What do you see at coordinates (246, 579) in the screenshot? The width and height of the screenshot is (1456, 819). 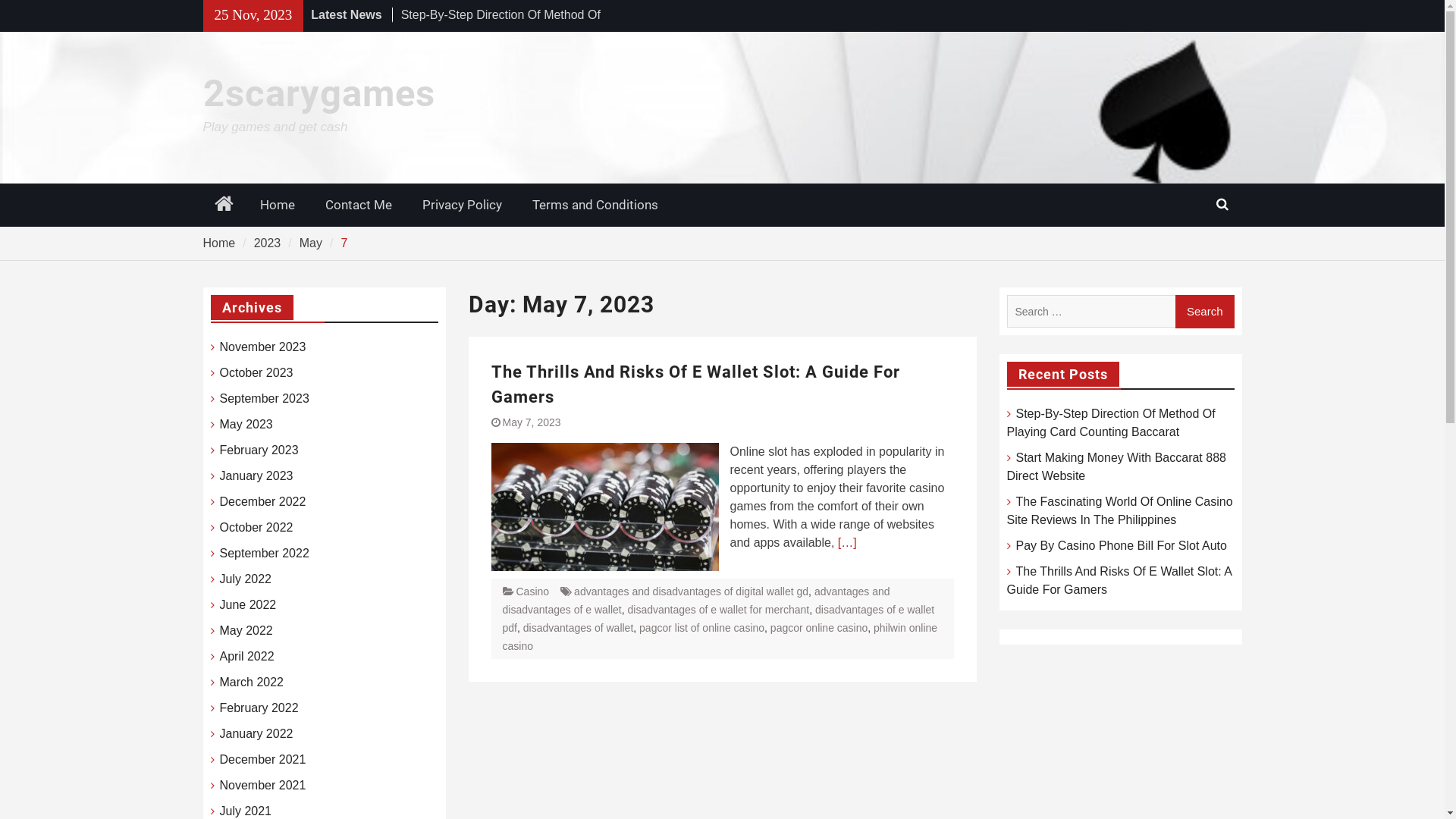 I see `'July 2022'` at bounding box center [246, 579].